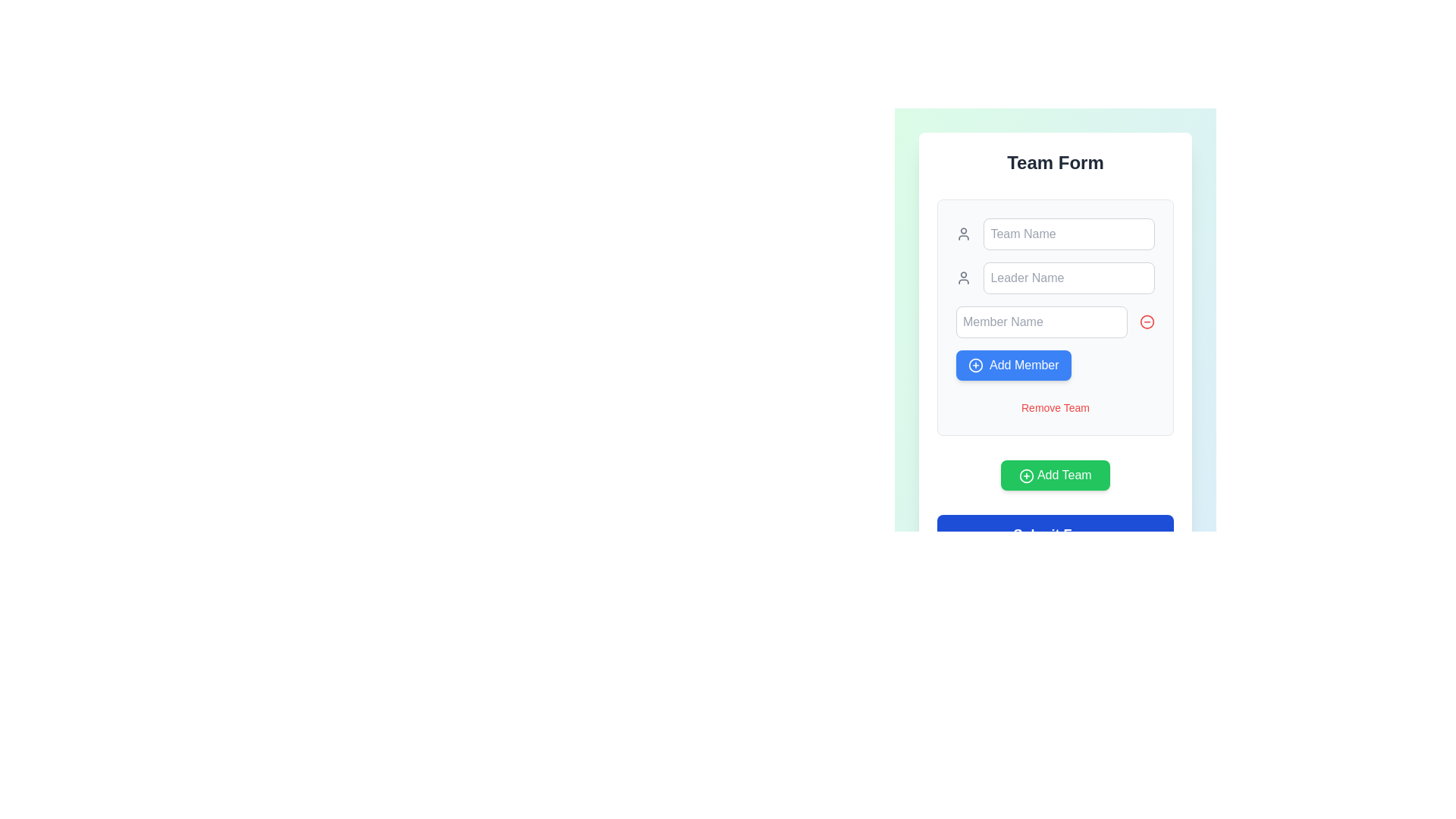 This screenshot has height=819, width=1456. What do you see at coordinates (963, 278) in the screenshot?
I see `the Icon that indicates the purpose of the 'Leader Name' input field, located to the left of the text input field in the form` at bounding box center [963, 278].